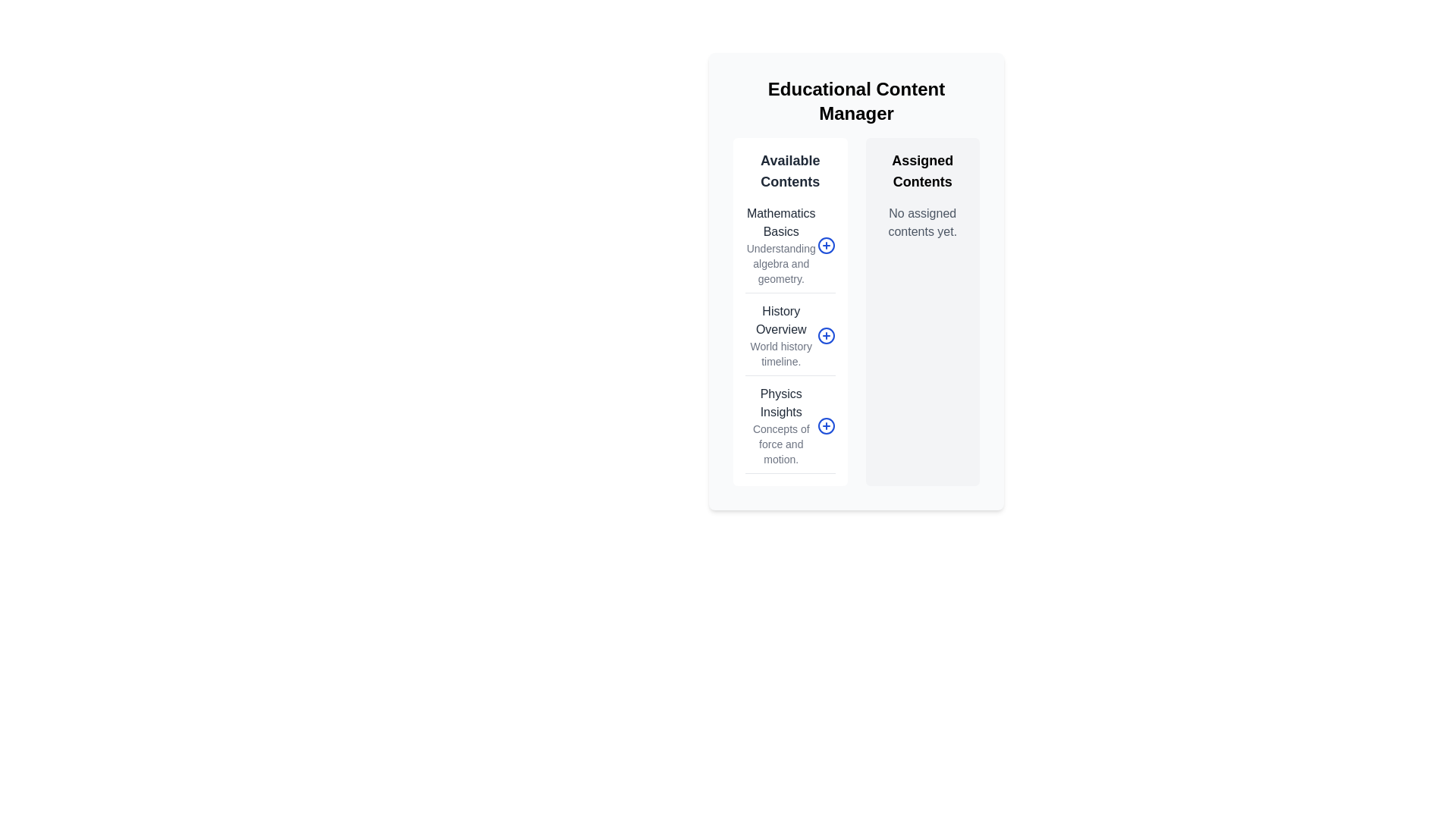 This screenshot has height=819, width=1456. I want to click on the 'Physics Insights' text label in the 'Available Contents' list under the 'Educational Content Manager' heading, which is the third item in the list, so click(781, 426).